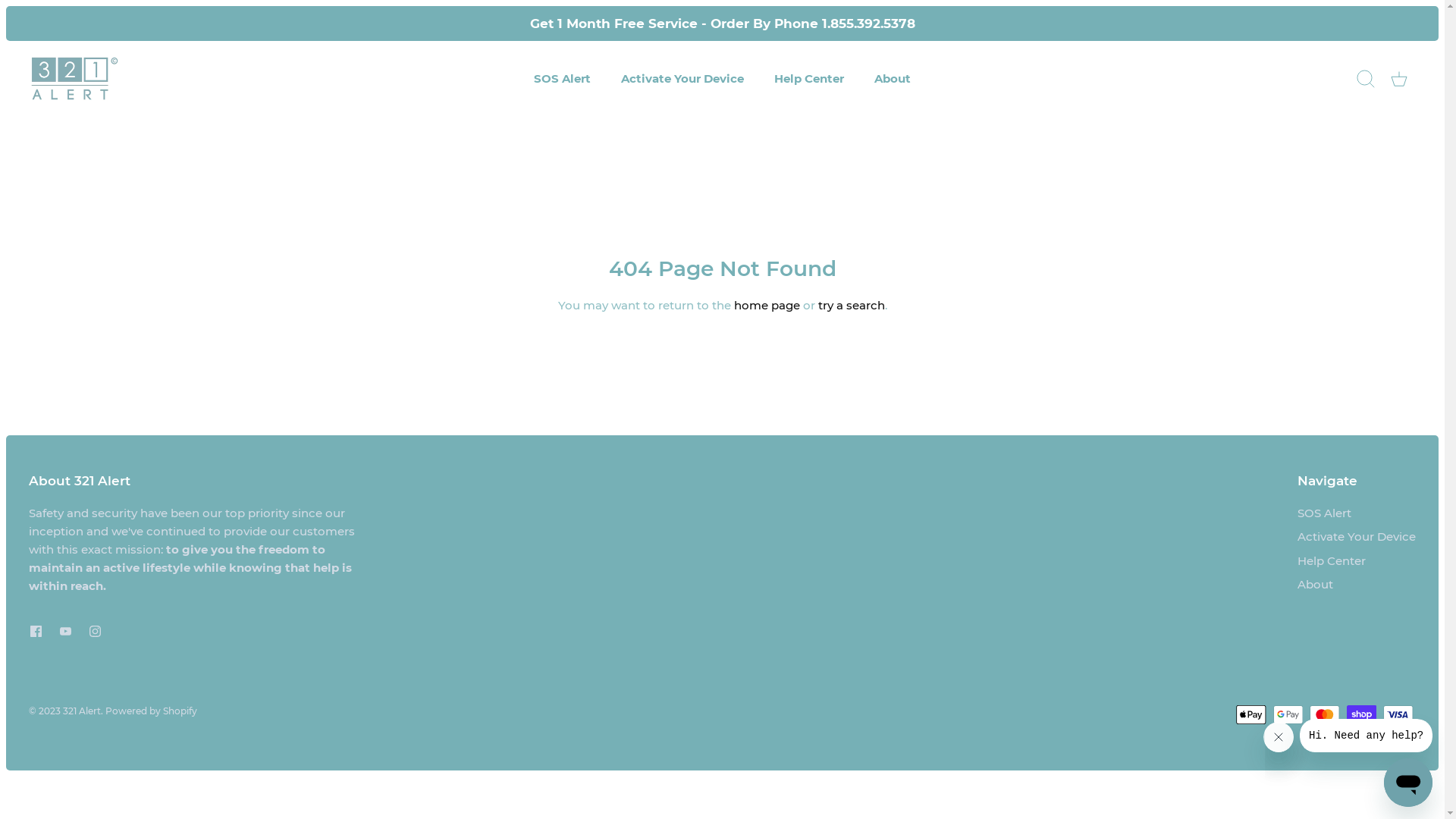 This screenshot has width=1456, height=819. Describe the element at coordinates (851, 305) in the screenshot. I see `'try a search'` at that location.